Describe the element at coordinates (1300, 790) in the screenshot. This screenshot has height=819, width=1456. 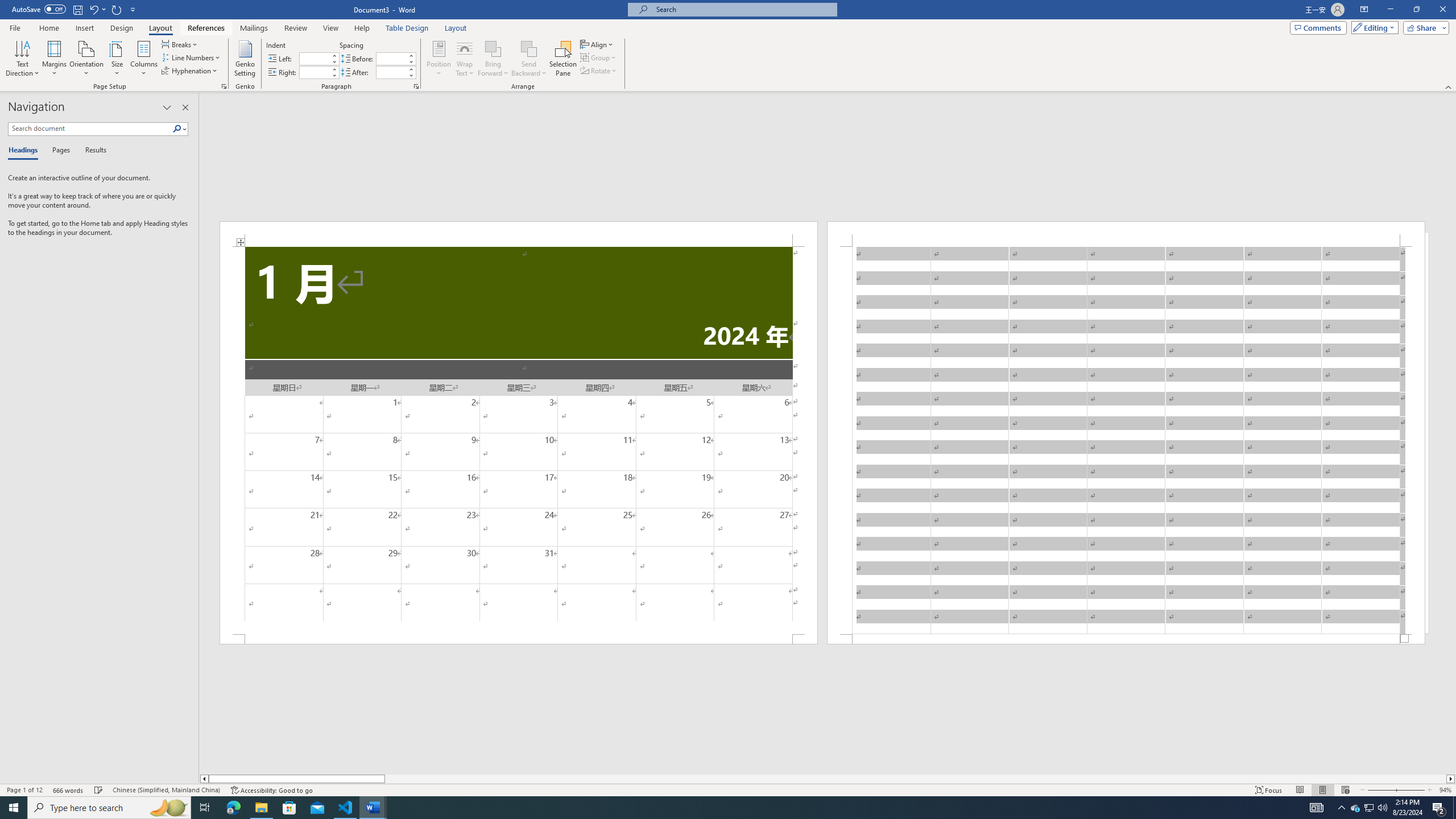
I see `'Read Mode'` at that location.